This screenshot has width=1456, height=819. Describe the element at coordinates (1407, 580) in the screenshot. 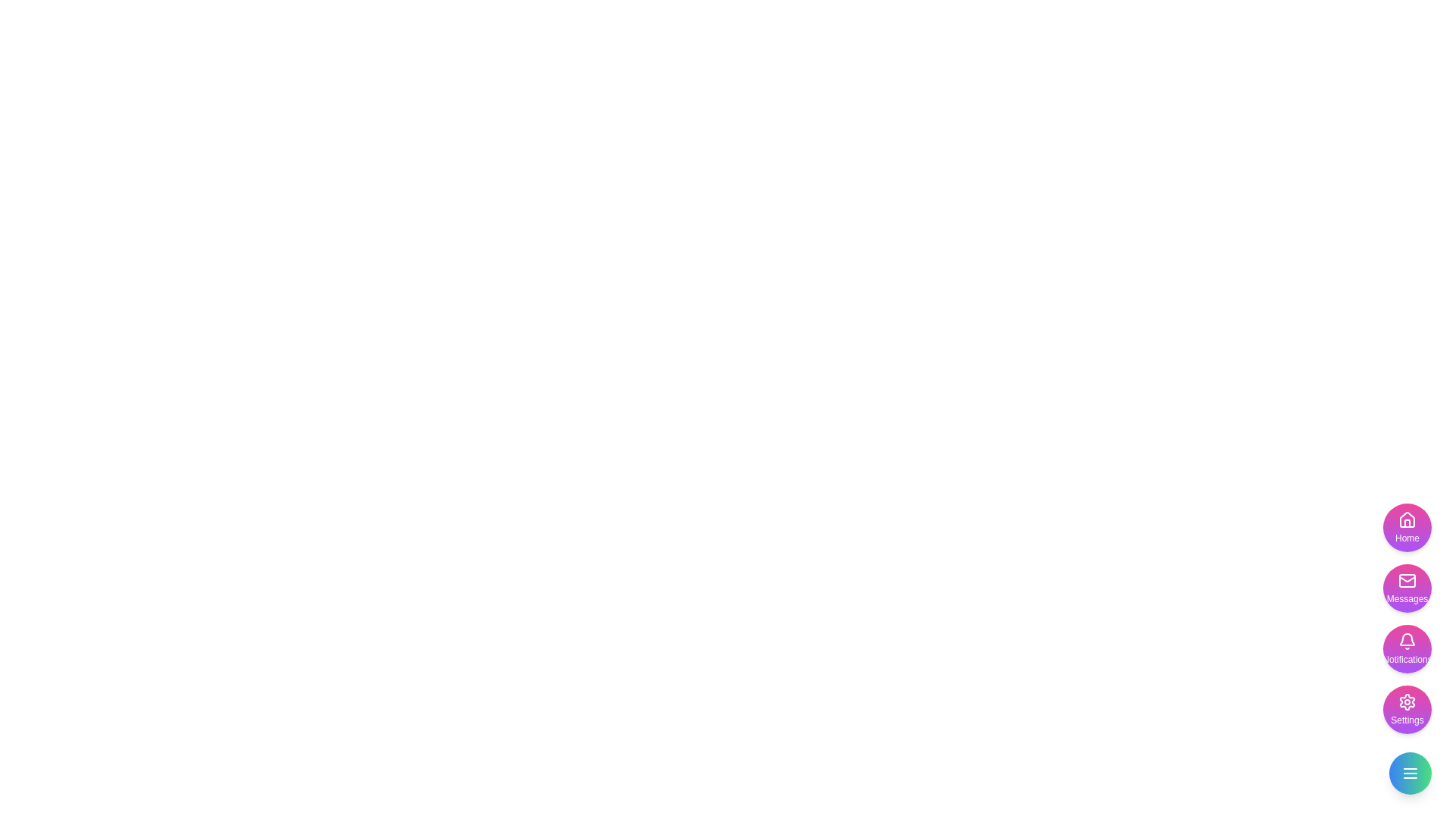

I see `the 'Messages' icon in the vertical navigation bar on the right side of the interface` at that location.